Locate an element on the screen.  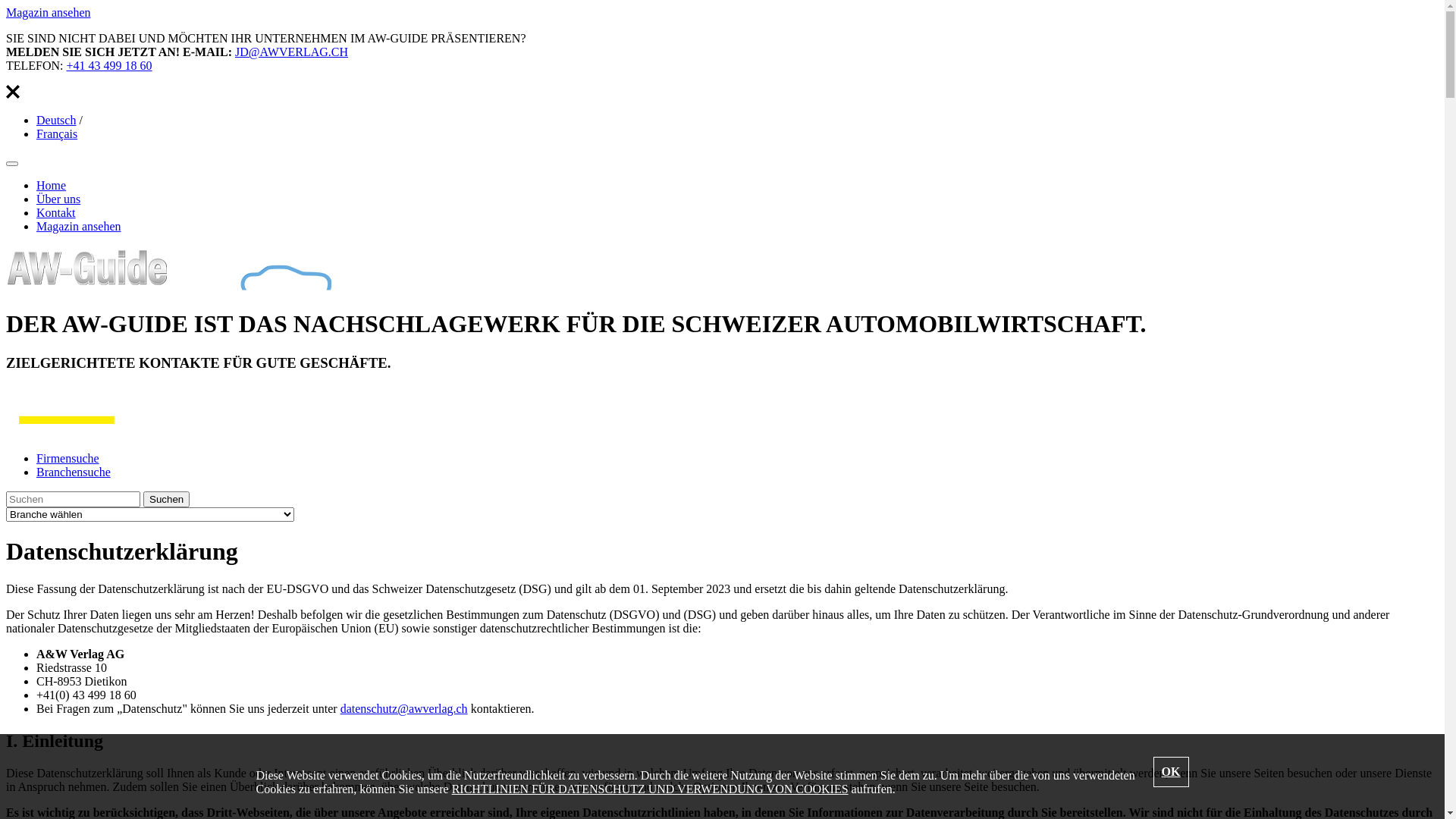
'datenschutz@awverlag.ch' is located at coordinates (403, 708).